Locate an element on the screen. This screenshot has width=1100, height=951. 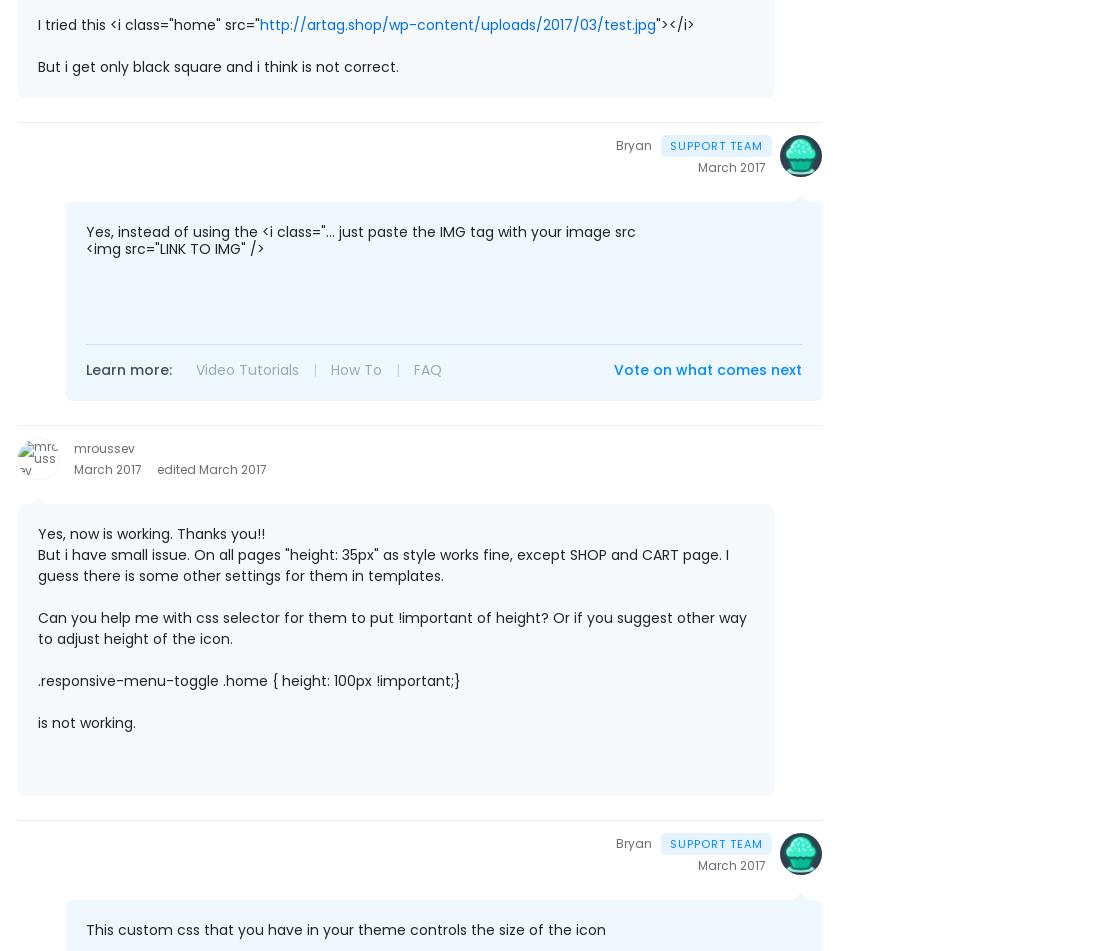
'But i have small issue. On all pages "height: 35px" as style works fine, except SHOP and CART page. I guess there is some other settings for them in templates.' is located at coordinates (383, 564).